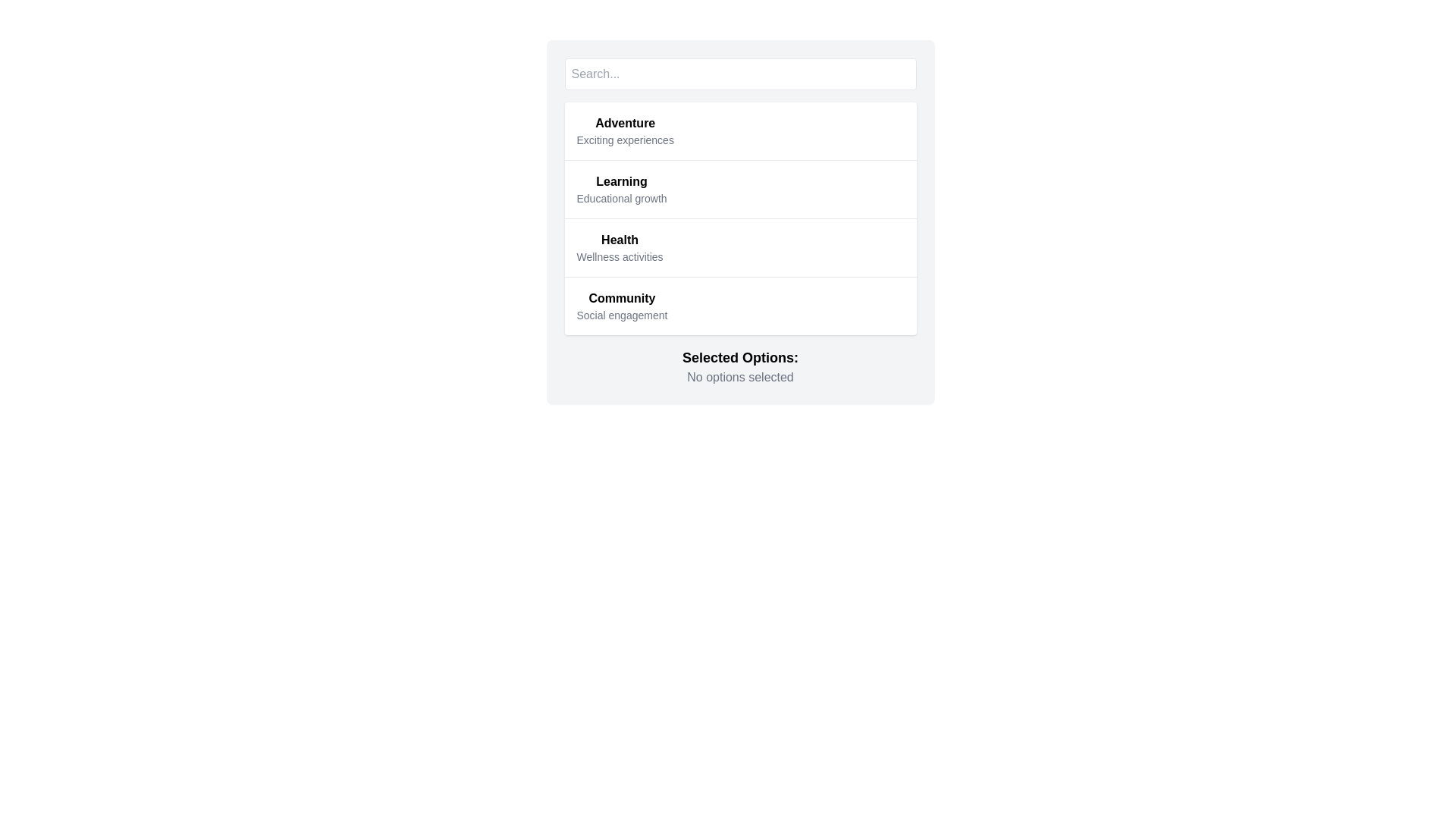 The image size is (1456, 819). What do you see at coordinates (740, 376) in the screenshot?
I see `the feedback Text label indicating that no options have been selected yet, located in the 'Selected Options:' section under the main option list` at bounding box center [740, 376].